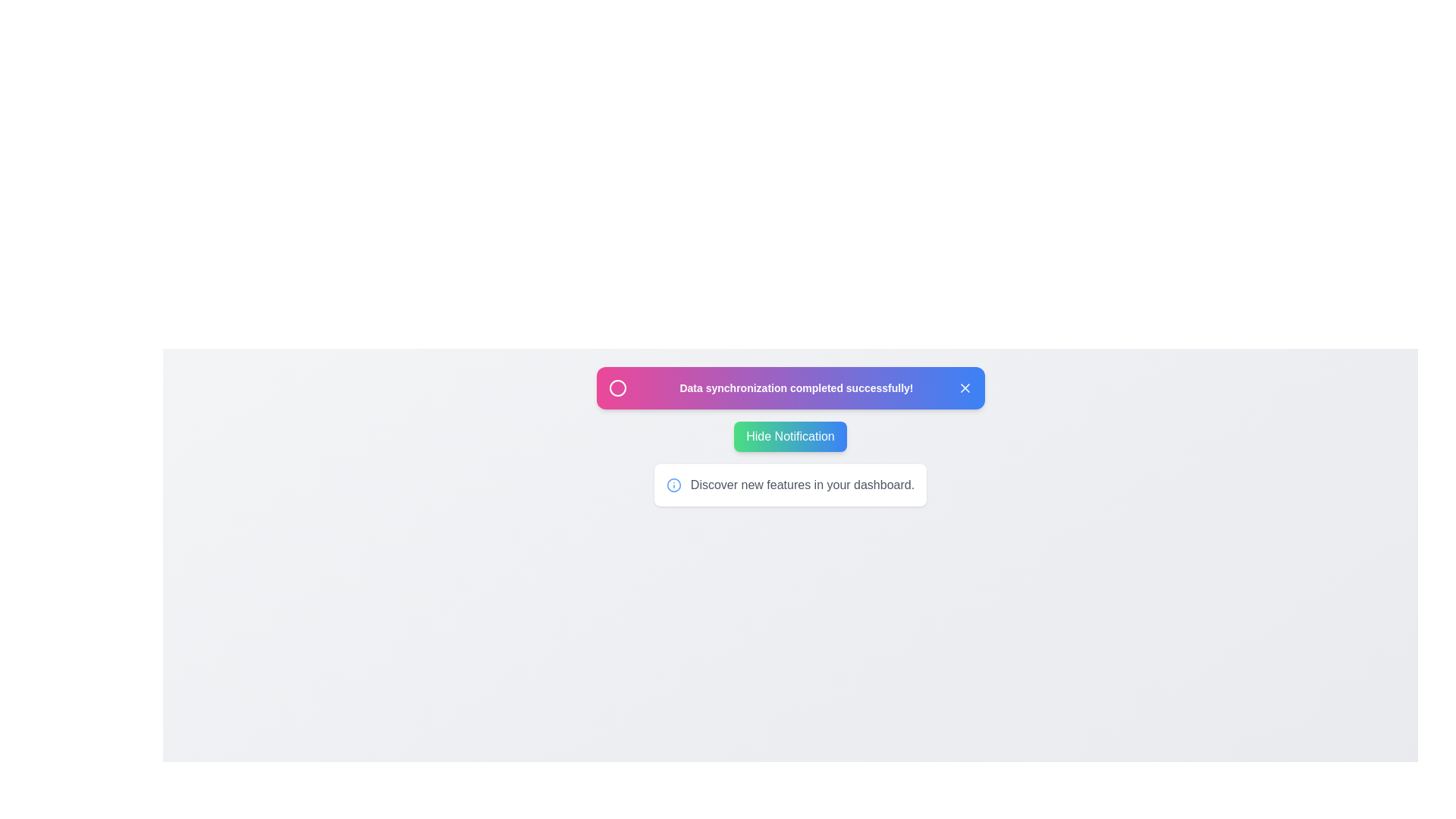 Image resolution: width=1456 pixels, height=819 pixels. What do you see at coordinates (789, 436) in the screenshot?
I see `the 'Hide Notification' button to toggle the visibility of the notification panel` at bounding box center [789, 436].